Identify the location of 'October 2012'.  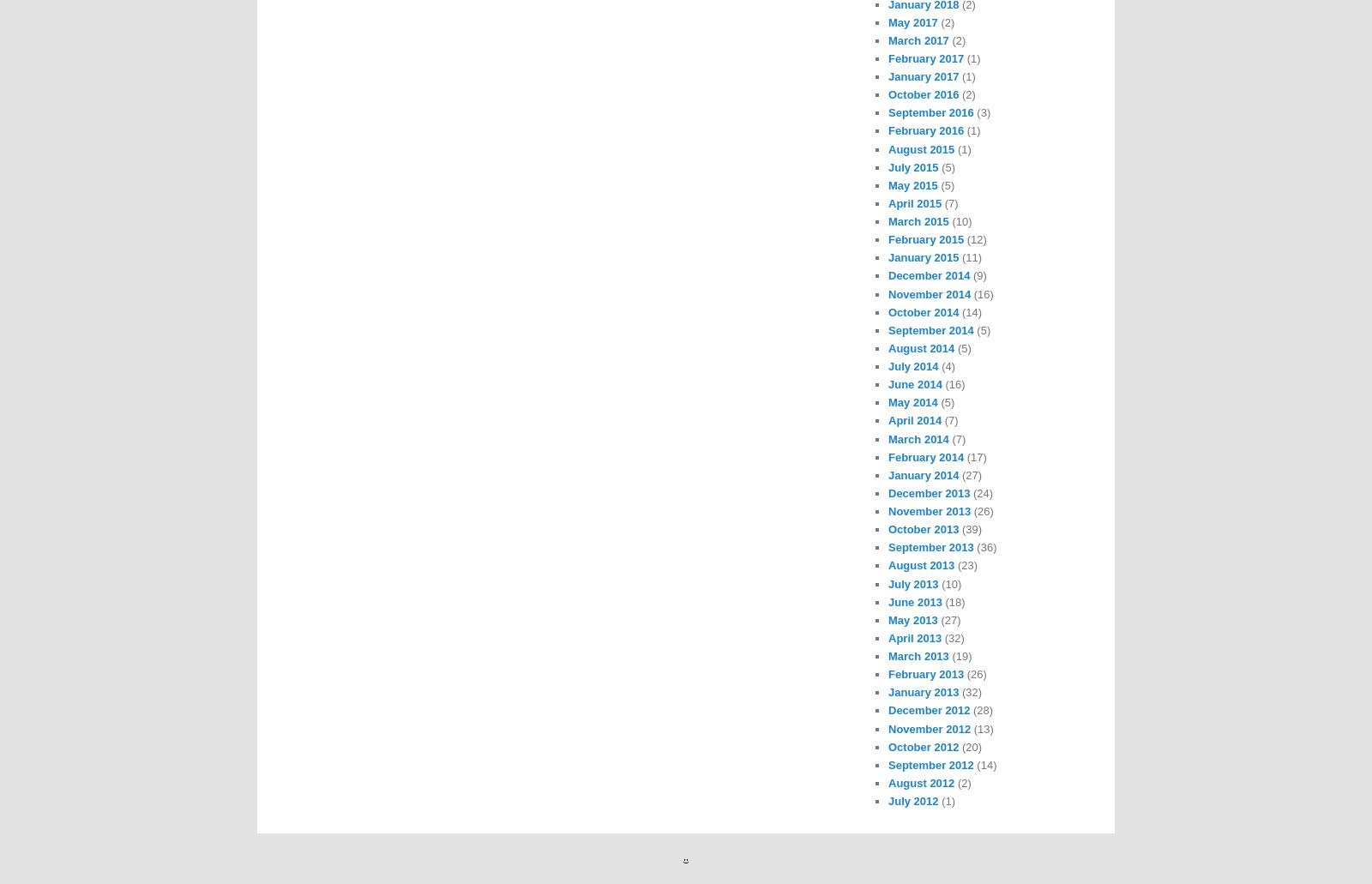
(923, 746).